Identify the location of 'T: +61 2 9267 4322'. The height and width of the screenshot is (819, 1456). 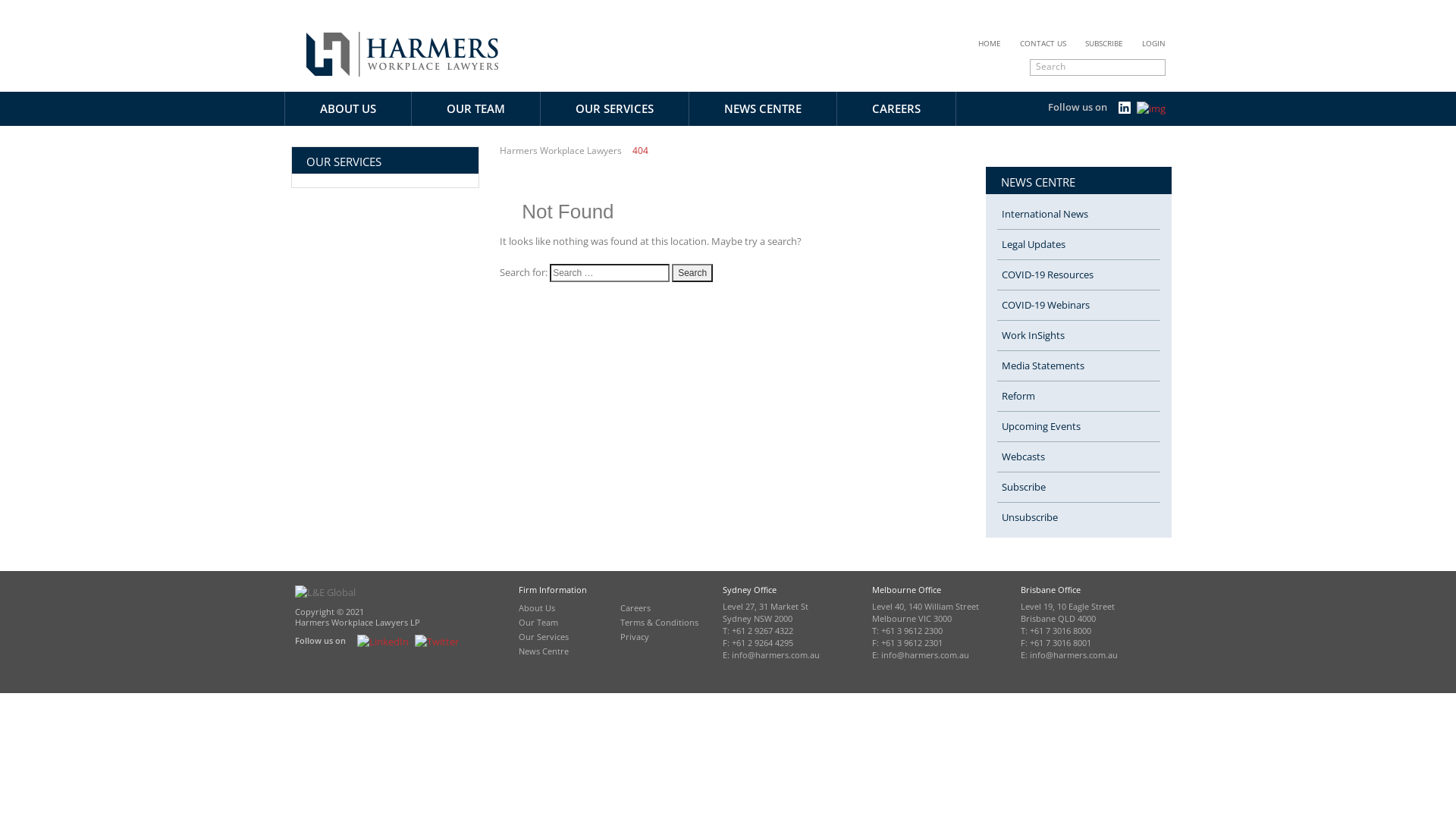
(758, 631).